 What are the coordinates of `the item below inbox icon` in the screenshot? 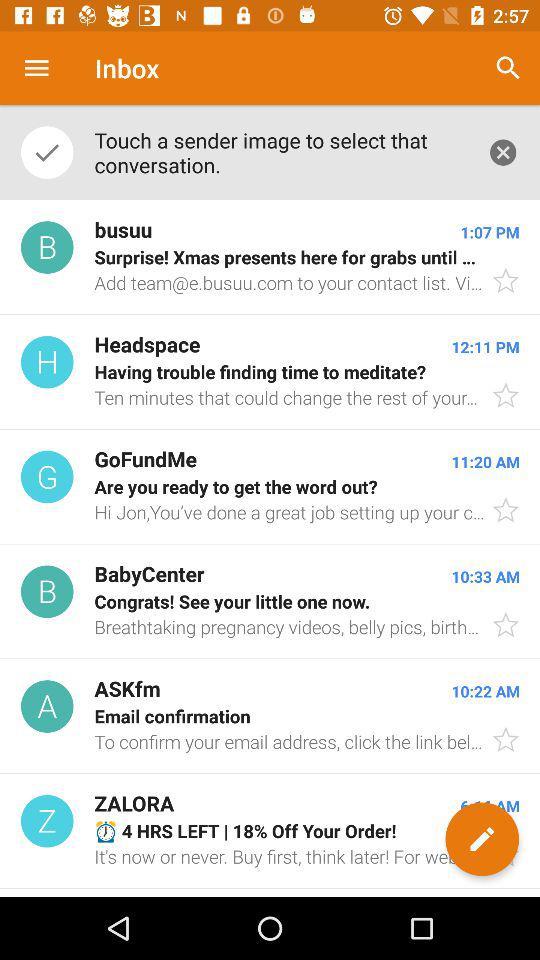 It's located at (279, 151).